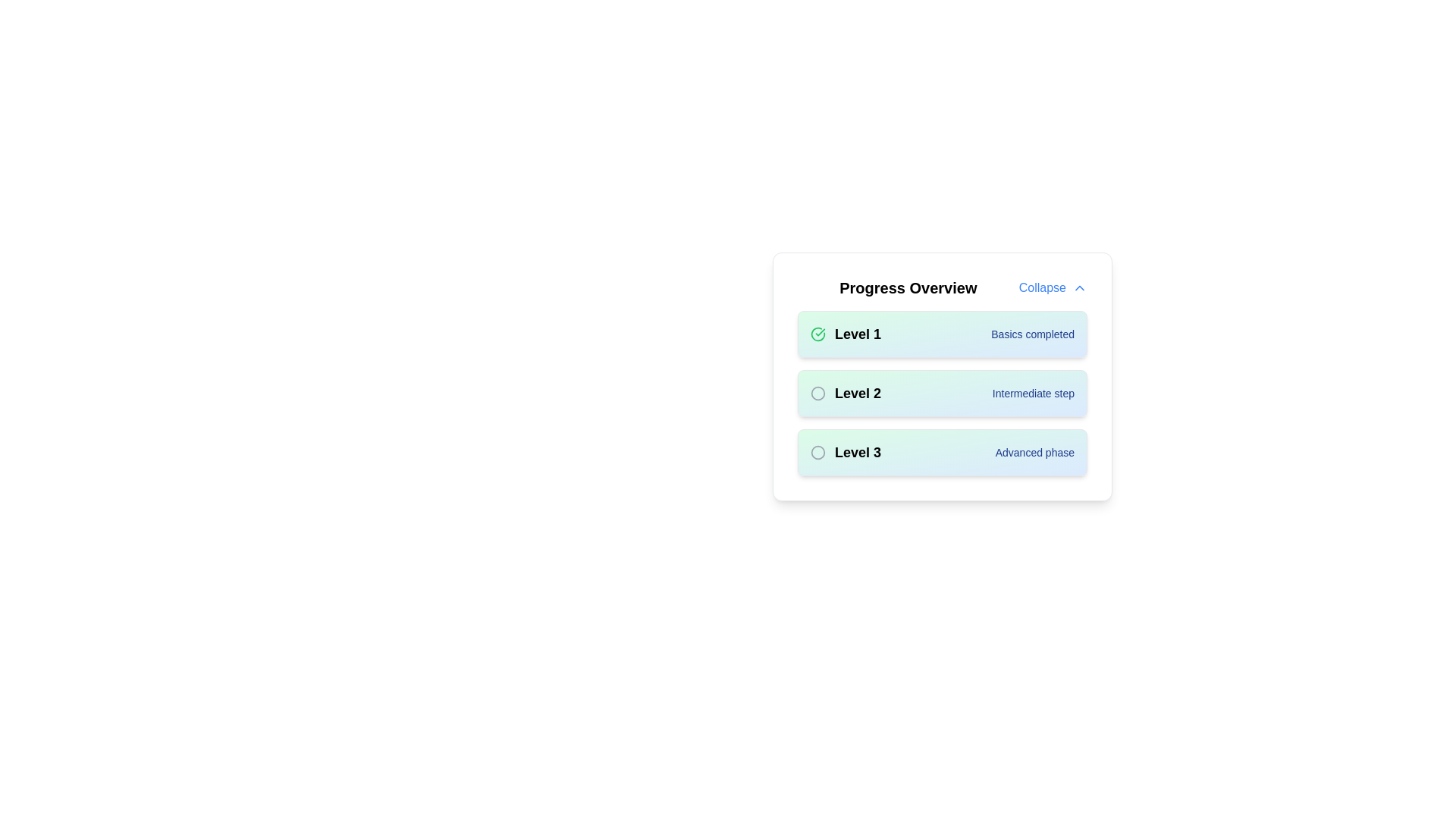  I want to click on the completion status icon for 'Level 1' located in the 'Progress Overview' section, so click(817, 333).